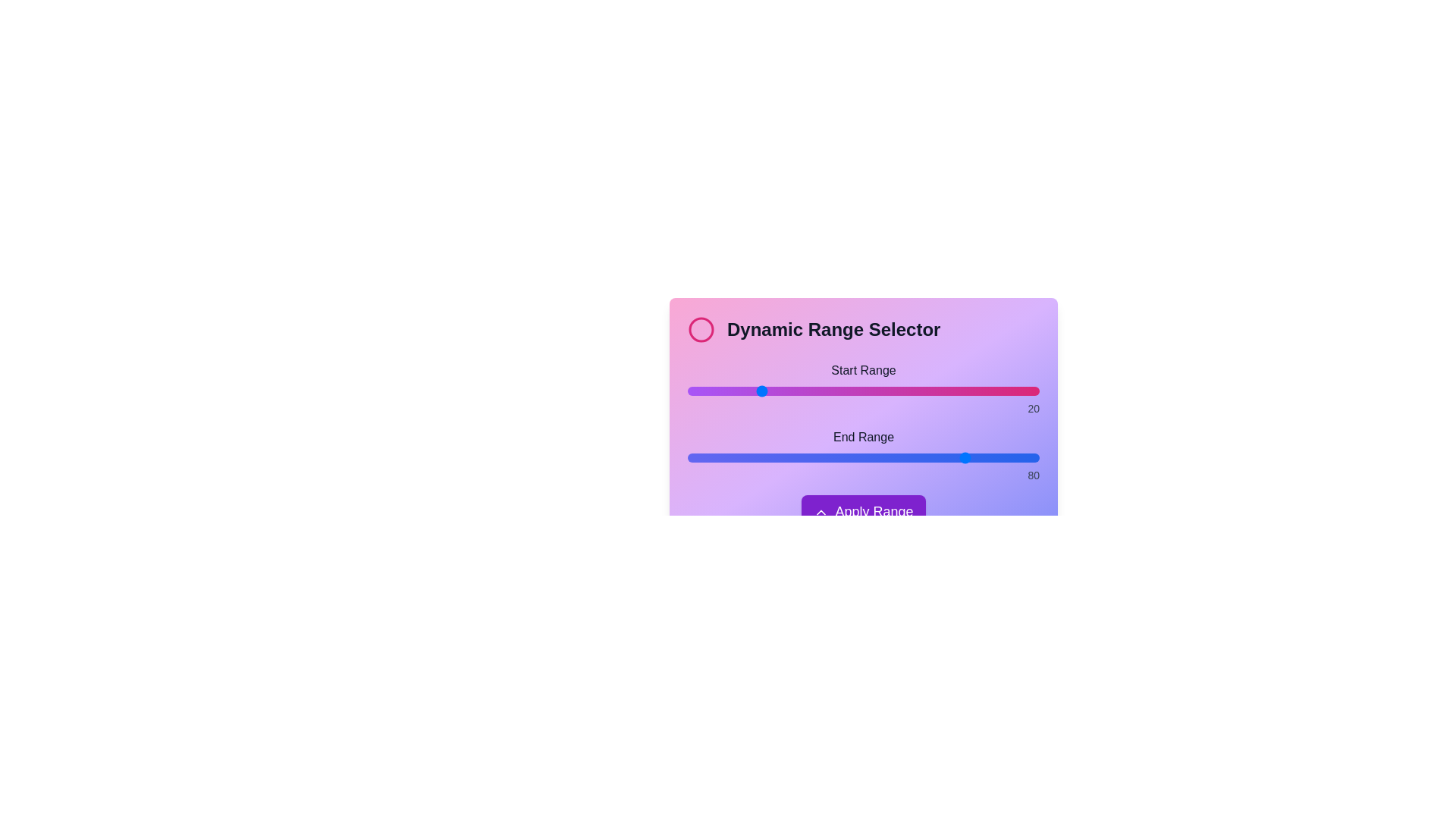  I want to click on the start range slider to 27 by dragging the slider to the desired position, so click(783, 391).